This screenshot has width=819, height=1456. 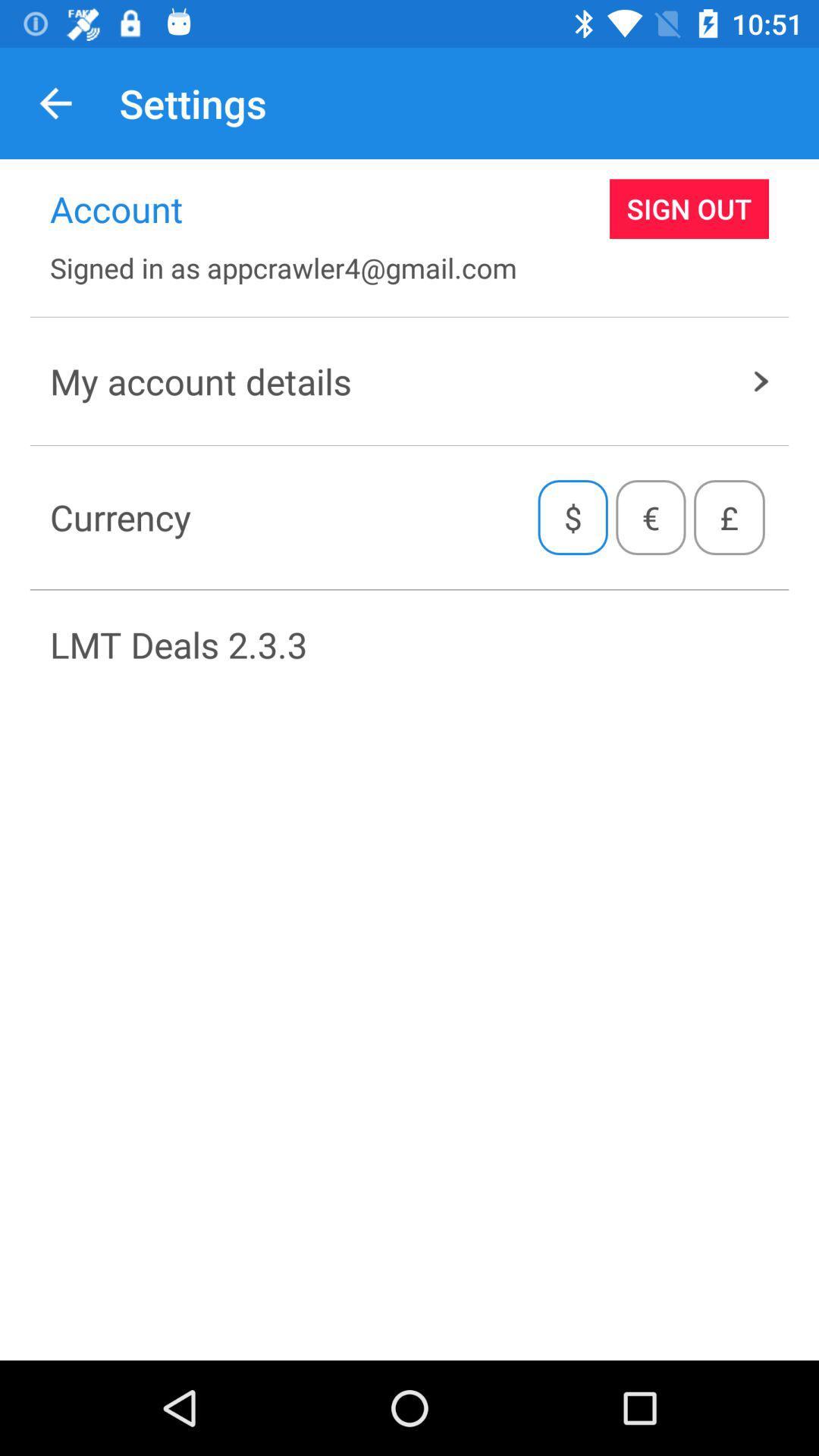 I want to click on the $ item, so click(x=573, y=517).